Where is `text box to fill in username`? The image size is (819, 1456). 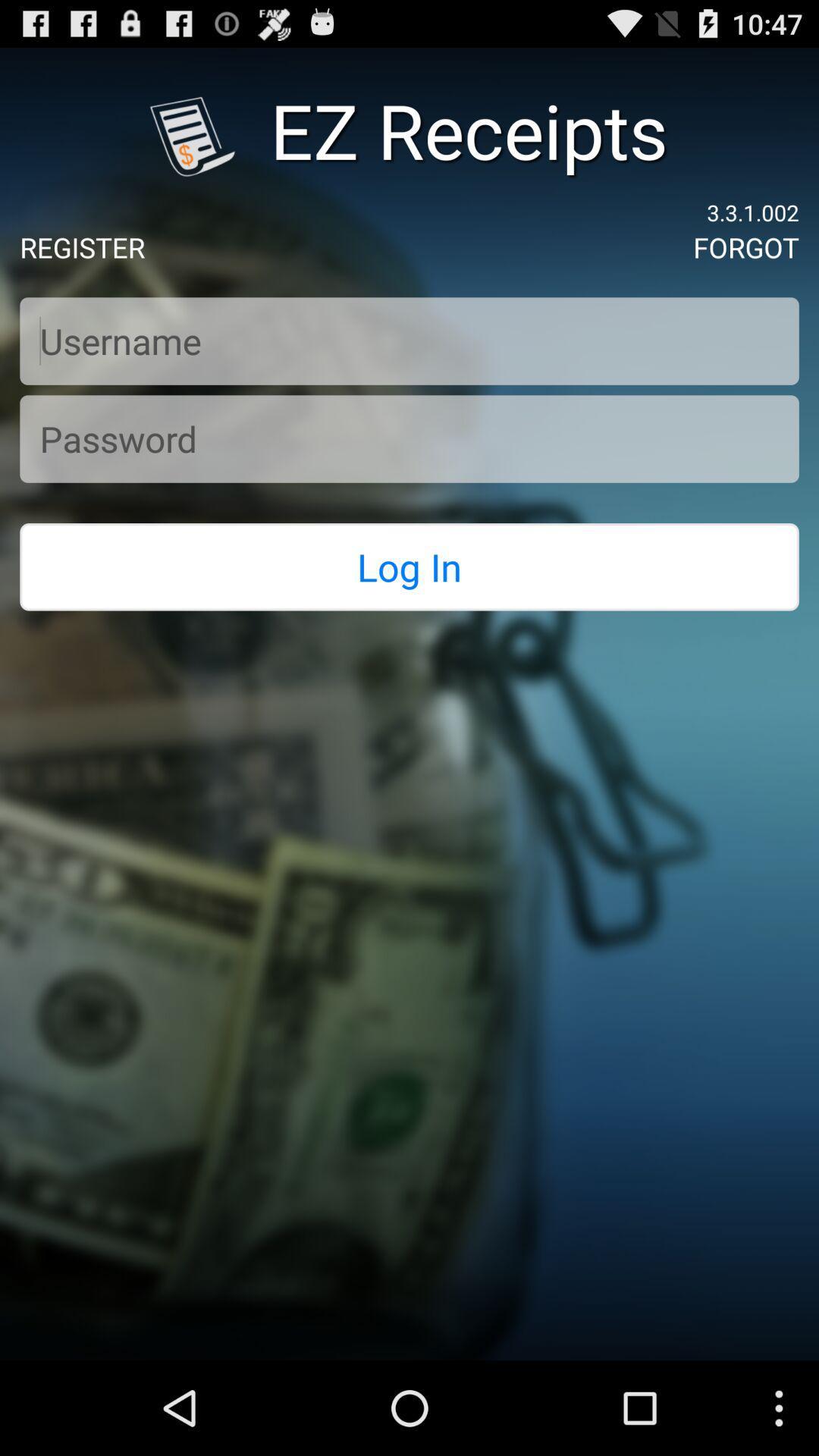 text box to fill in username is located at coordinates (409, 340).